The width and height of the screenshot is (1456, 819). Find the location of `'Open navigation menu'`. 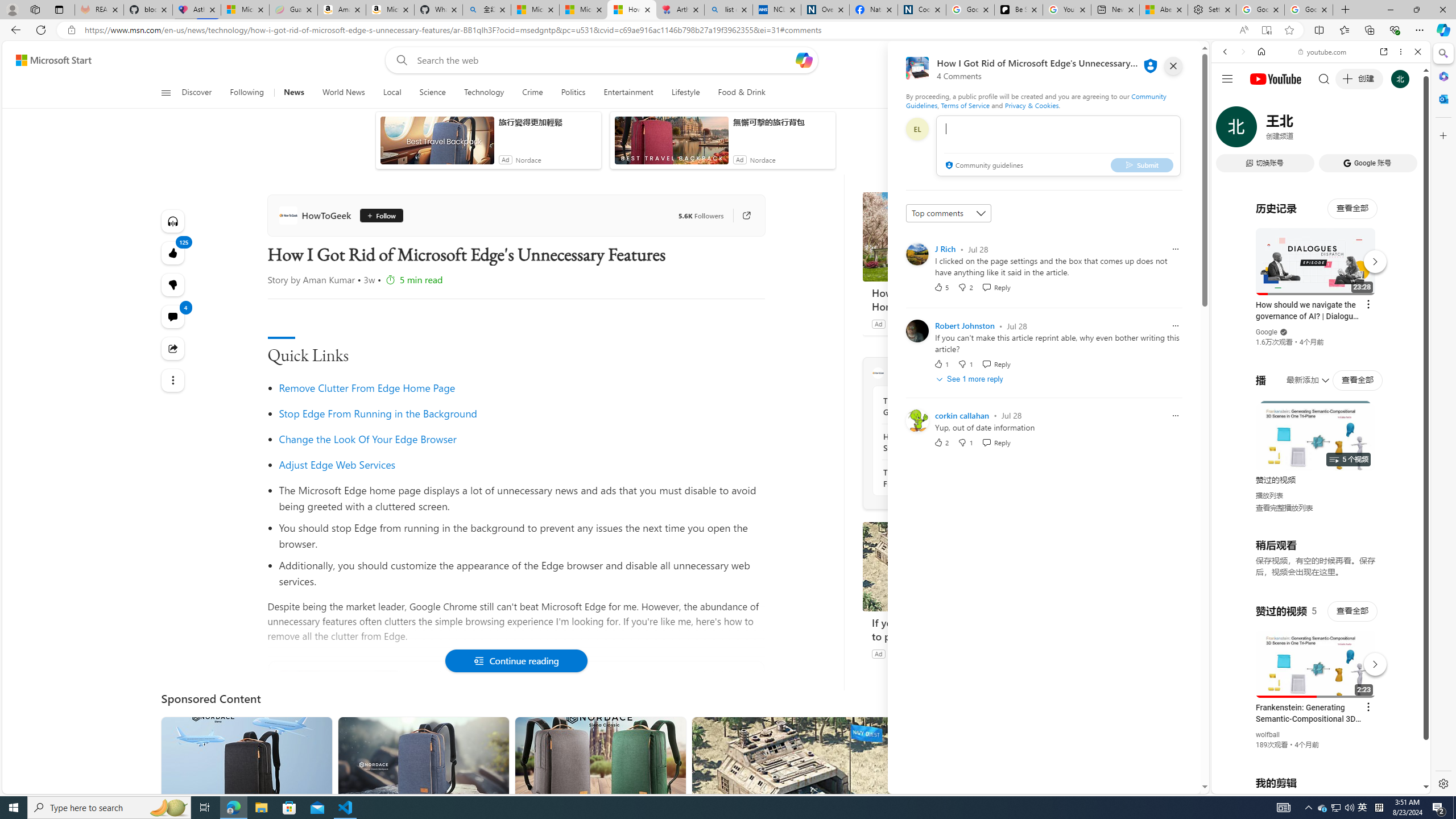

'Open navigation menu' is located at coordinates (164, 92).